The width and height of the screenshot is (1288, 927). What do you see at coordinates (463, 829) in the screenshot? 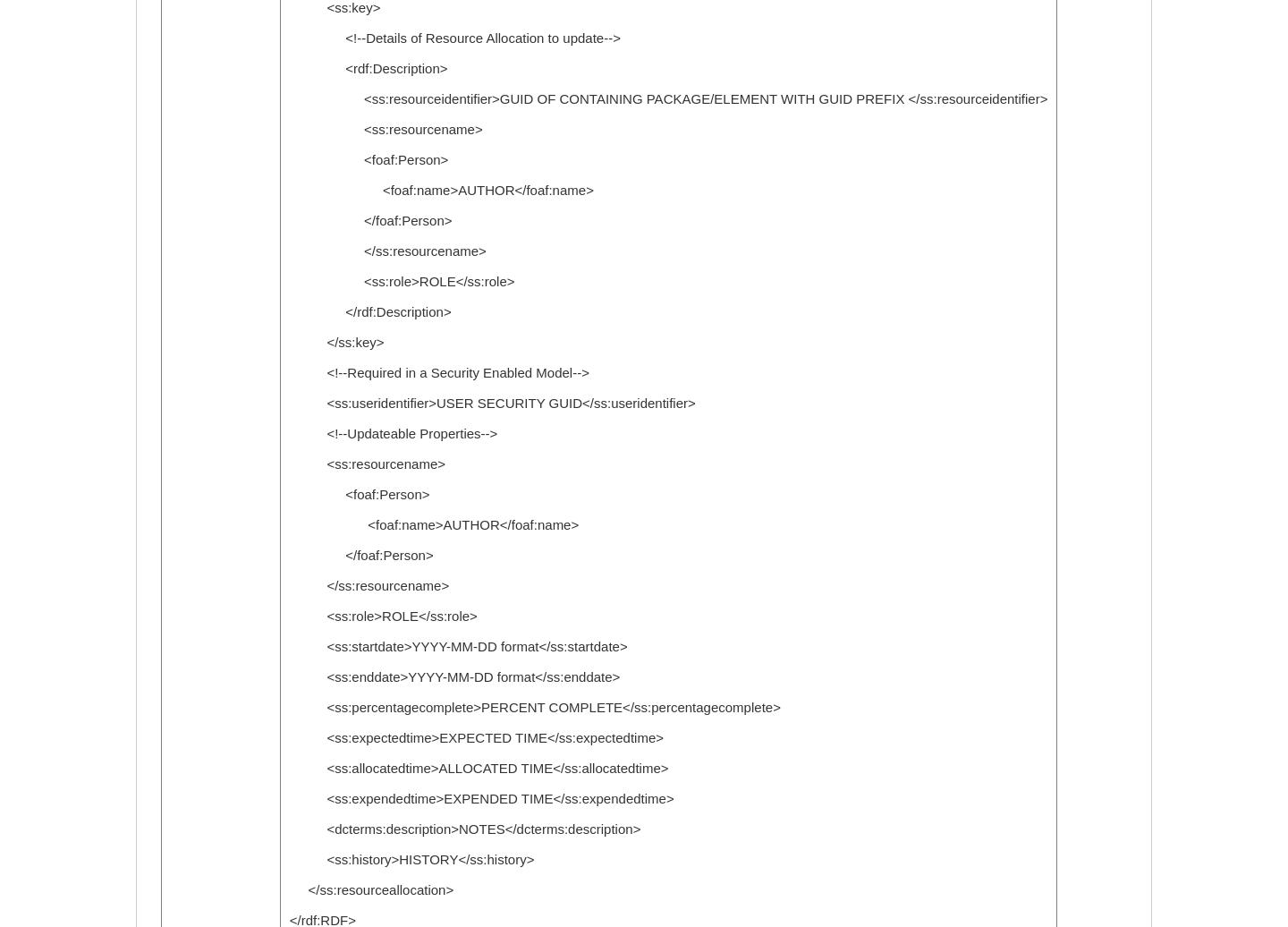
I see `'<dcterms:description>NOTES</dcterms:description>'` at bounding box center [463, 829].